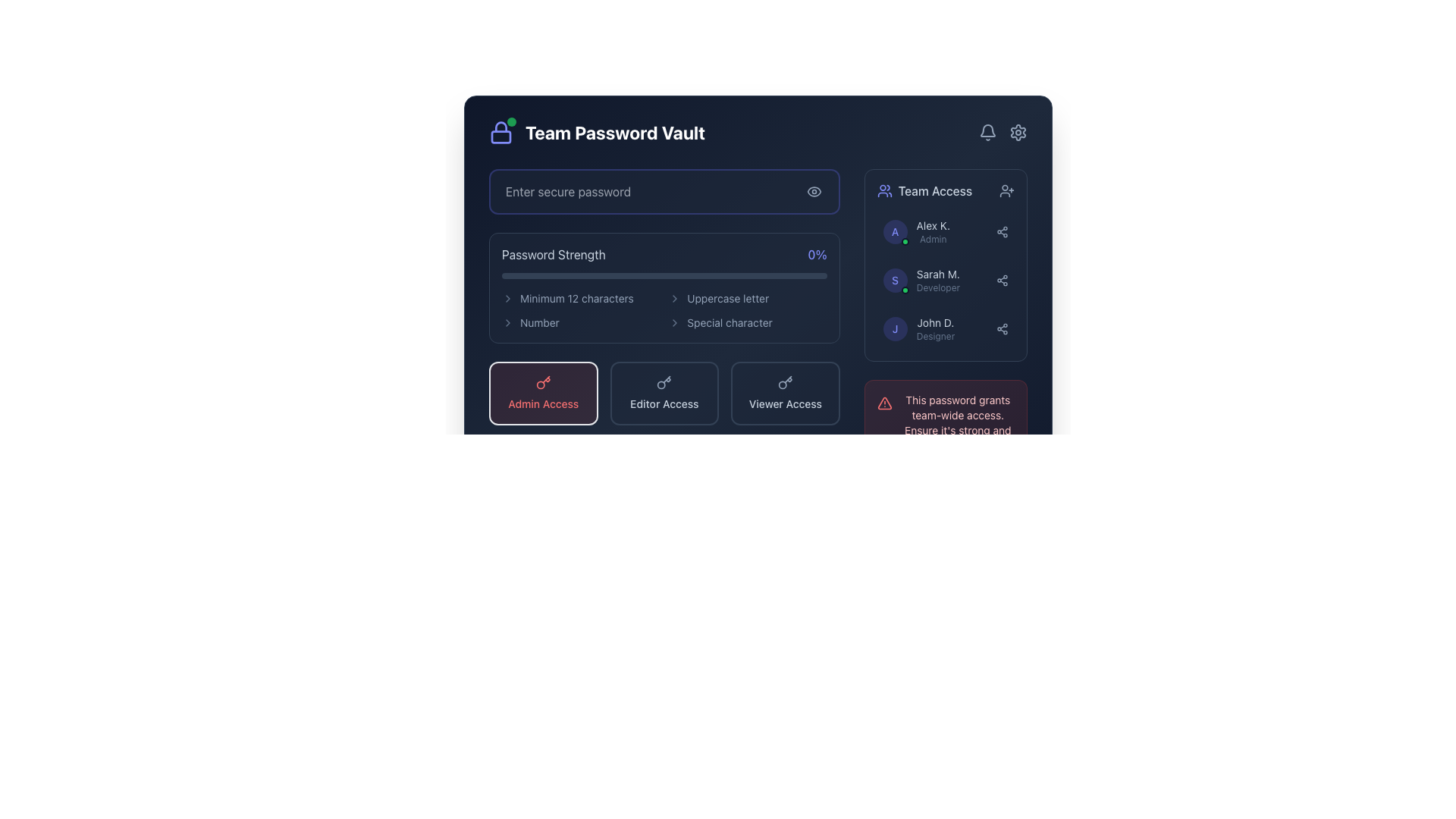 Image resolution: width=1456 pixels, height=819 pixels. What do you see at coordinates (785, 393) in the screenshot?
I see `the 'Viewer Access' label with the key-shaped icon, which is the third item in a group of access options` at bounding box center [785, 393].